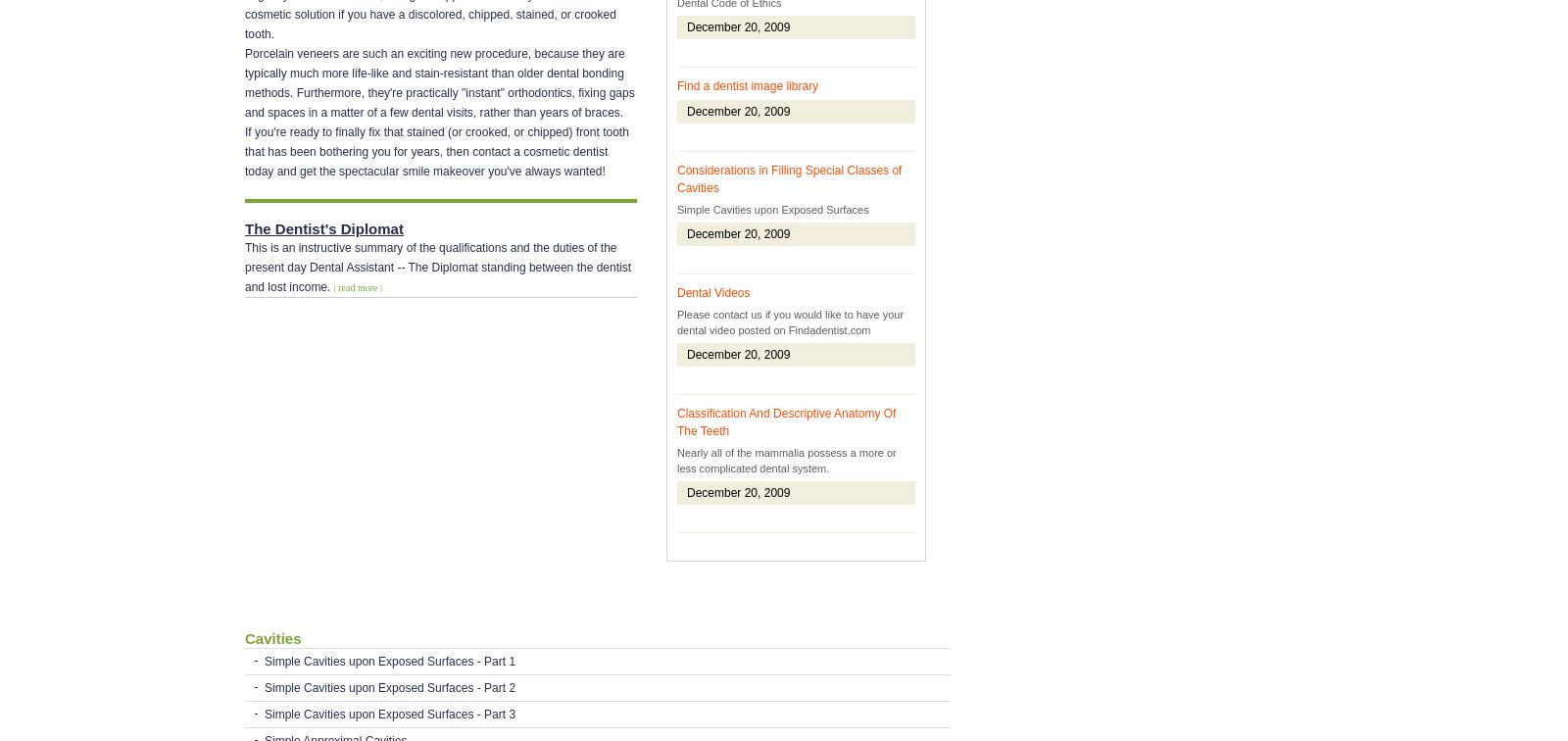  Describe the element at coordinates (323, 228) in the screenshot. I see `'The Dentist's Diplomat'` at that location.